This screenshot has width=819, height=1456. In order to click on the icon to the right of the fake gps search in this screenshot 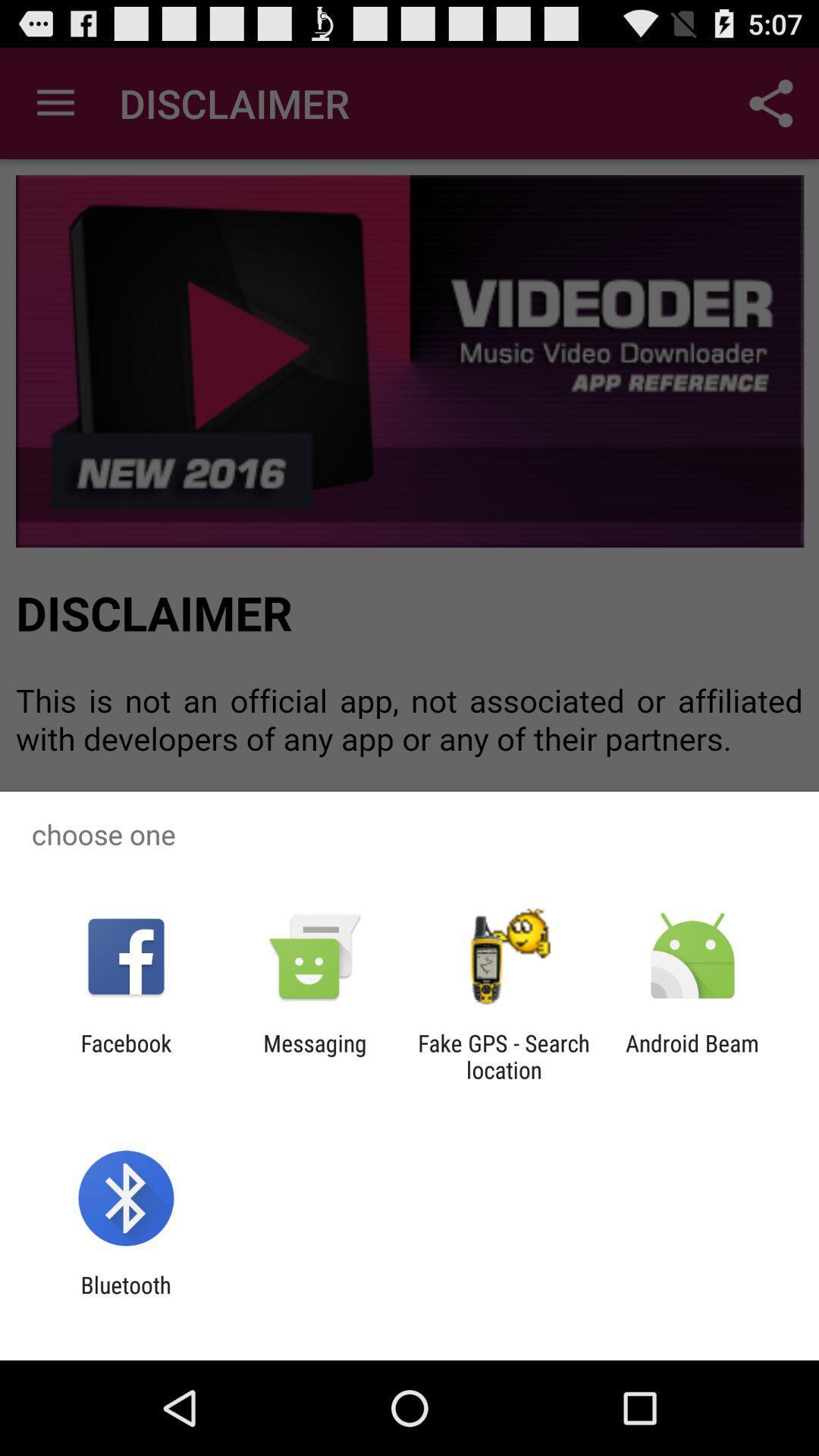, I will do `click(692, 1056)`.